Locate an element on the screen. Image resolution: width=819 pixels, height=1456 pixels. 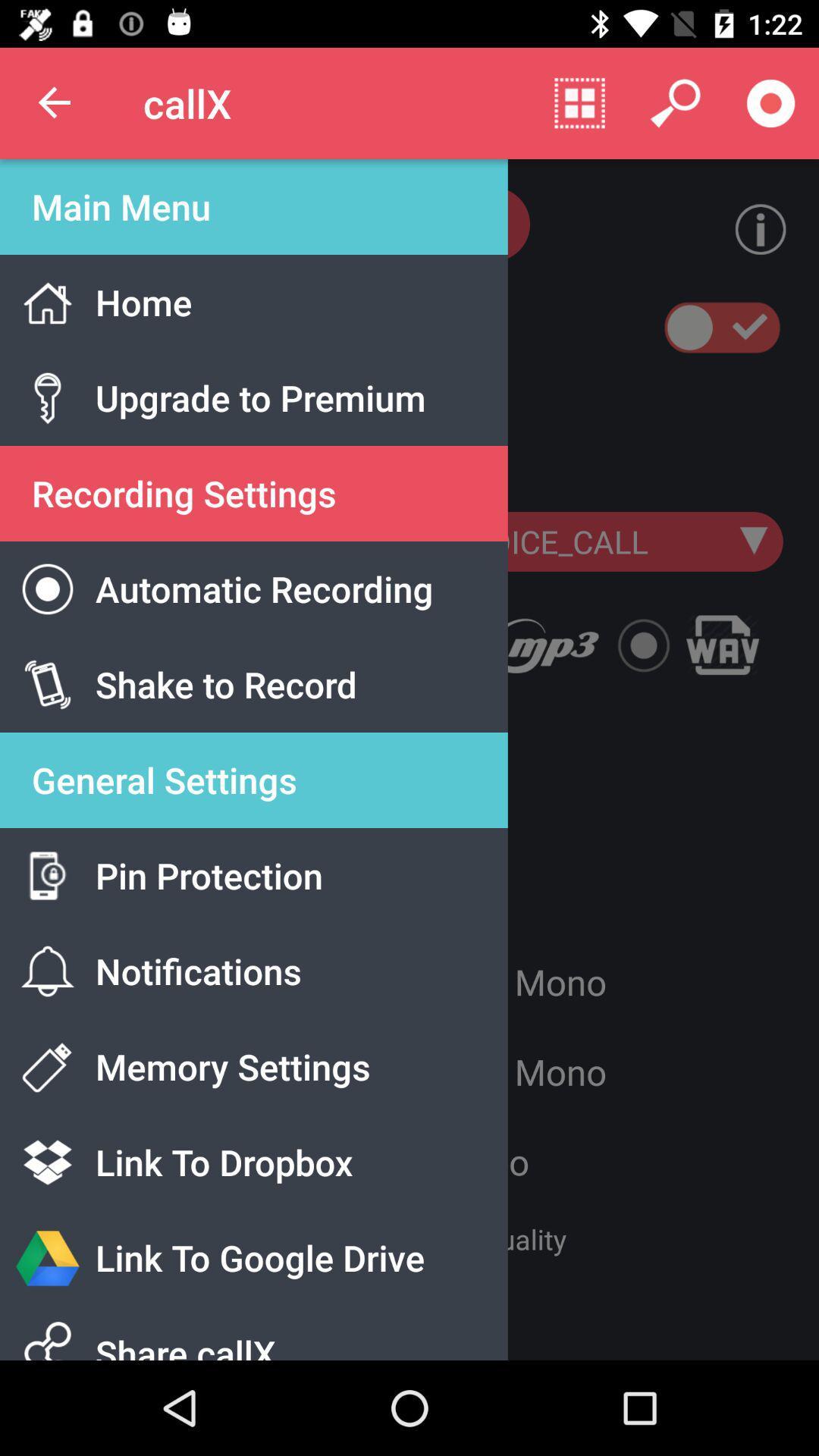
the info icon is located at coordinates (748, 228).